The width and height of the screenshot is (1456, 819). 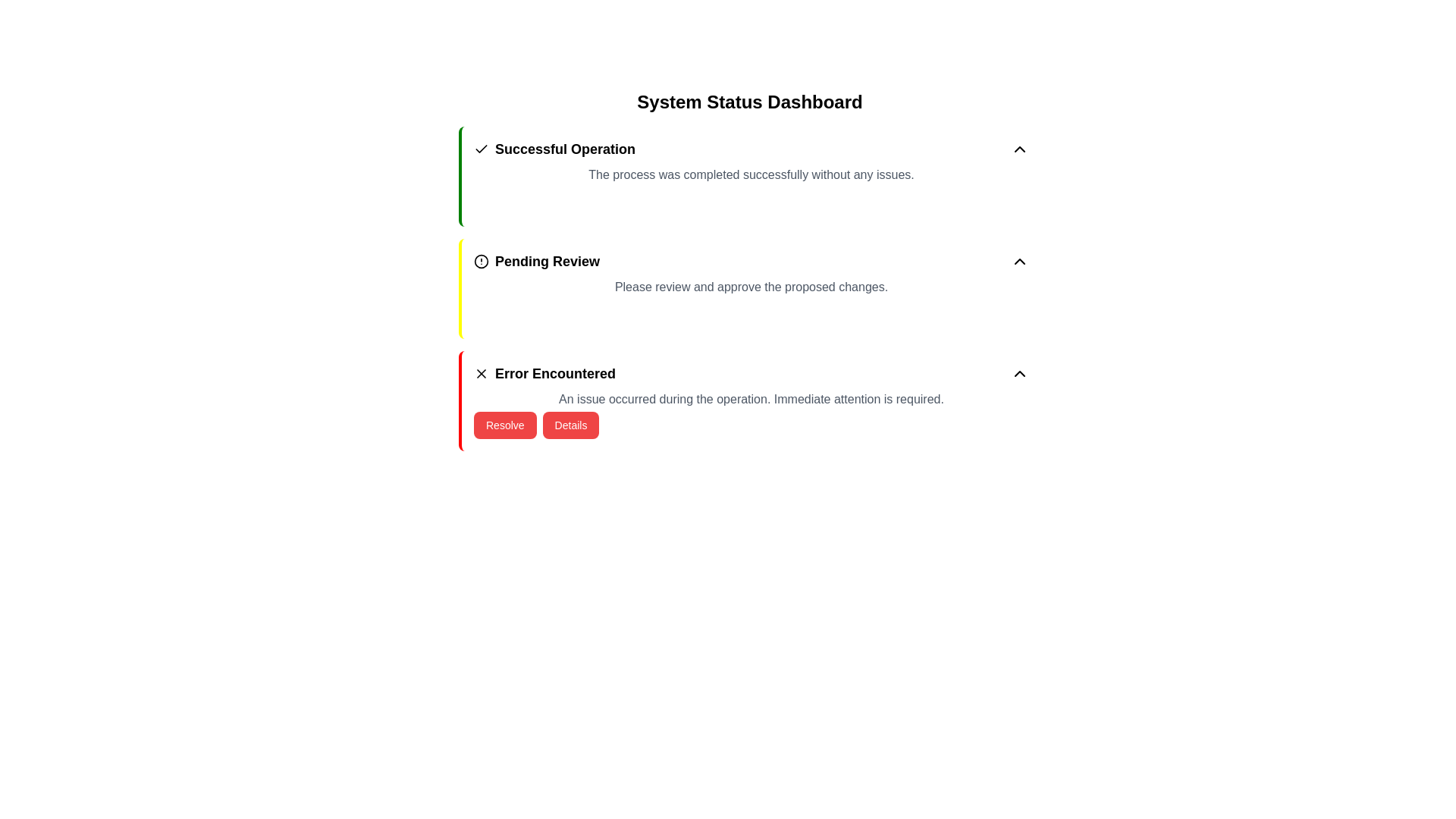 What do you see at coordinates (554, 149) in the screenshot?
I see `the Text Label with Icon that indicates successful completion of a process, located at the first position in the vertical list of status items` at bounding box center [554, 149].